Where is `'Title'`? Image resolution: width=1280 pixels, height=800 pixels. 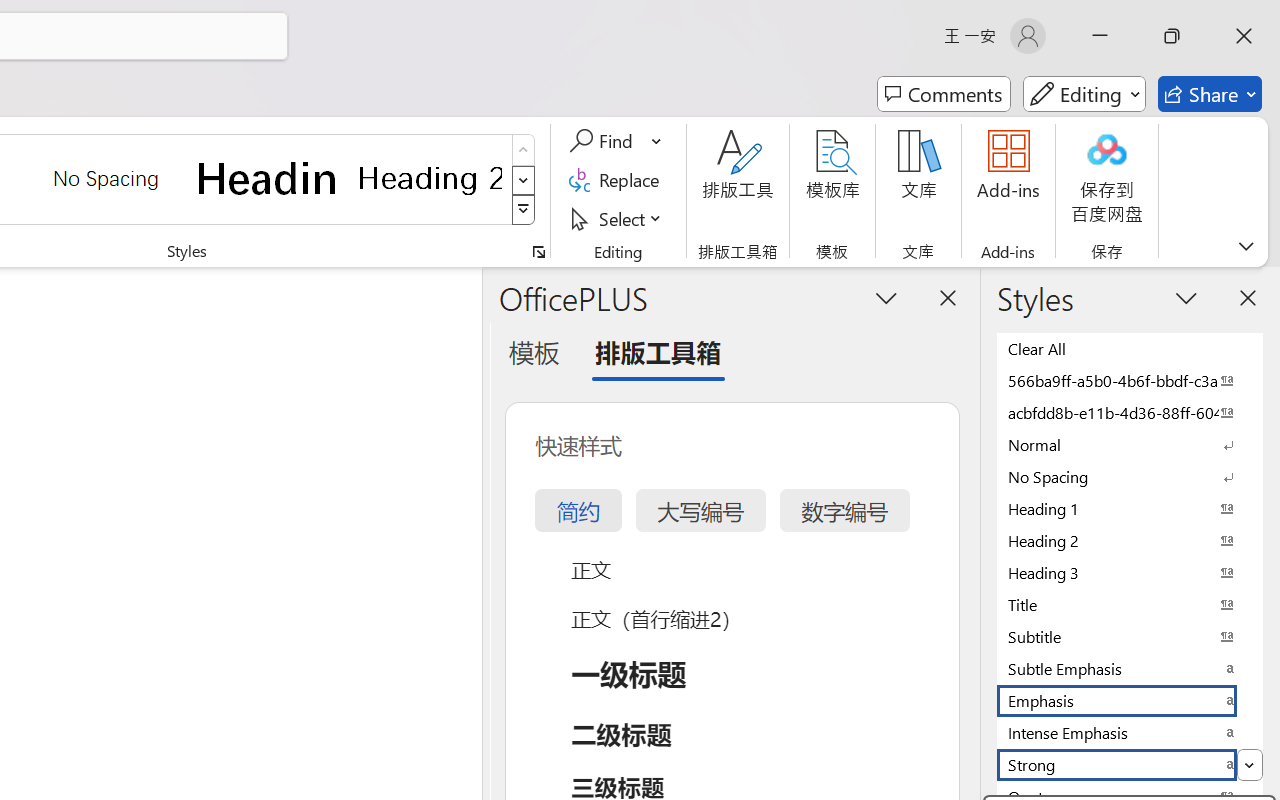
'Title' is located at coordinates (1130, 604).